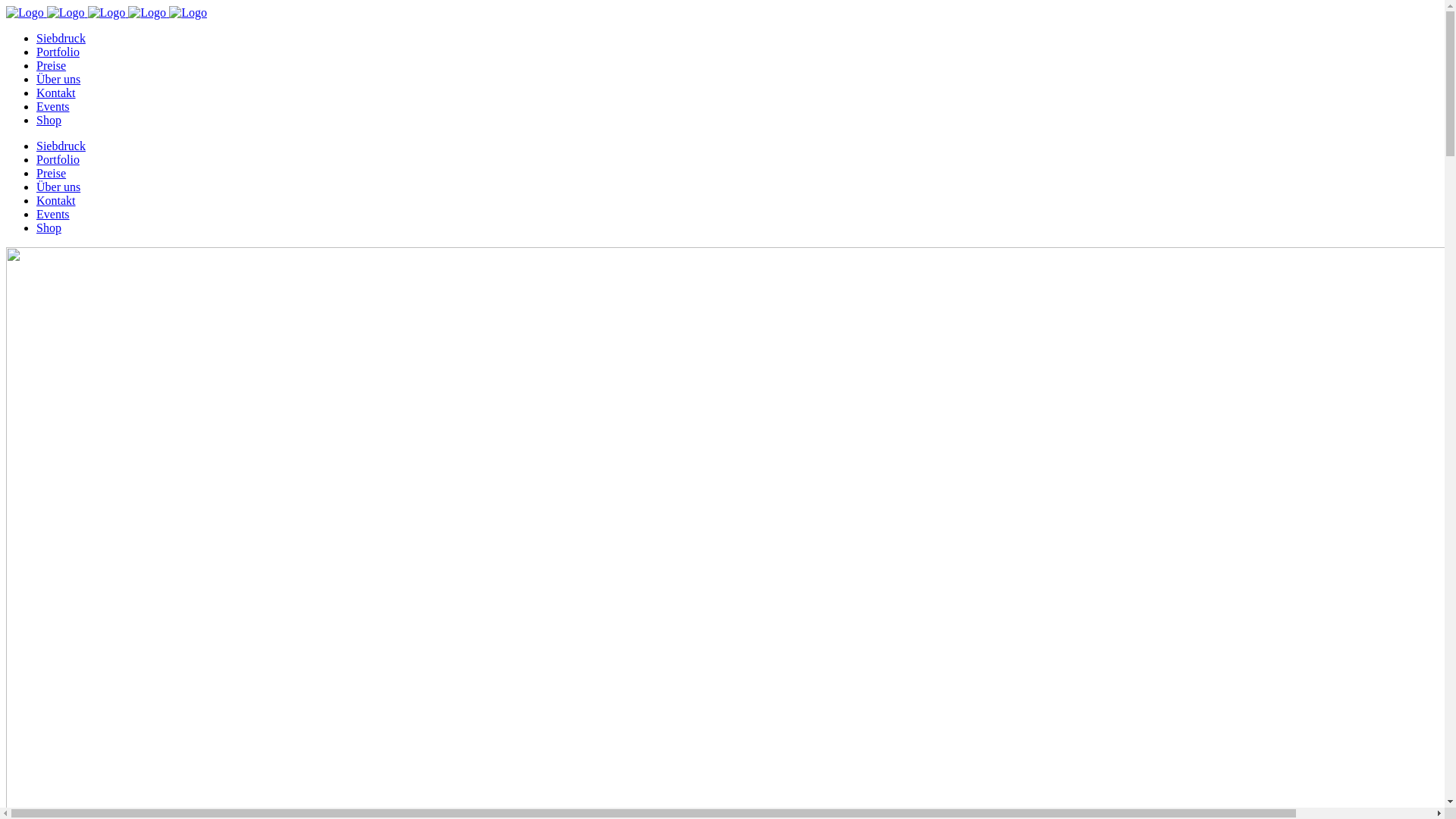 The width and height of the screenshot is (1456, 819). What do you see at coordinates (51, 64) in the screenshot?
I see `'Preise'` at bounding box center [51, 64].